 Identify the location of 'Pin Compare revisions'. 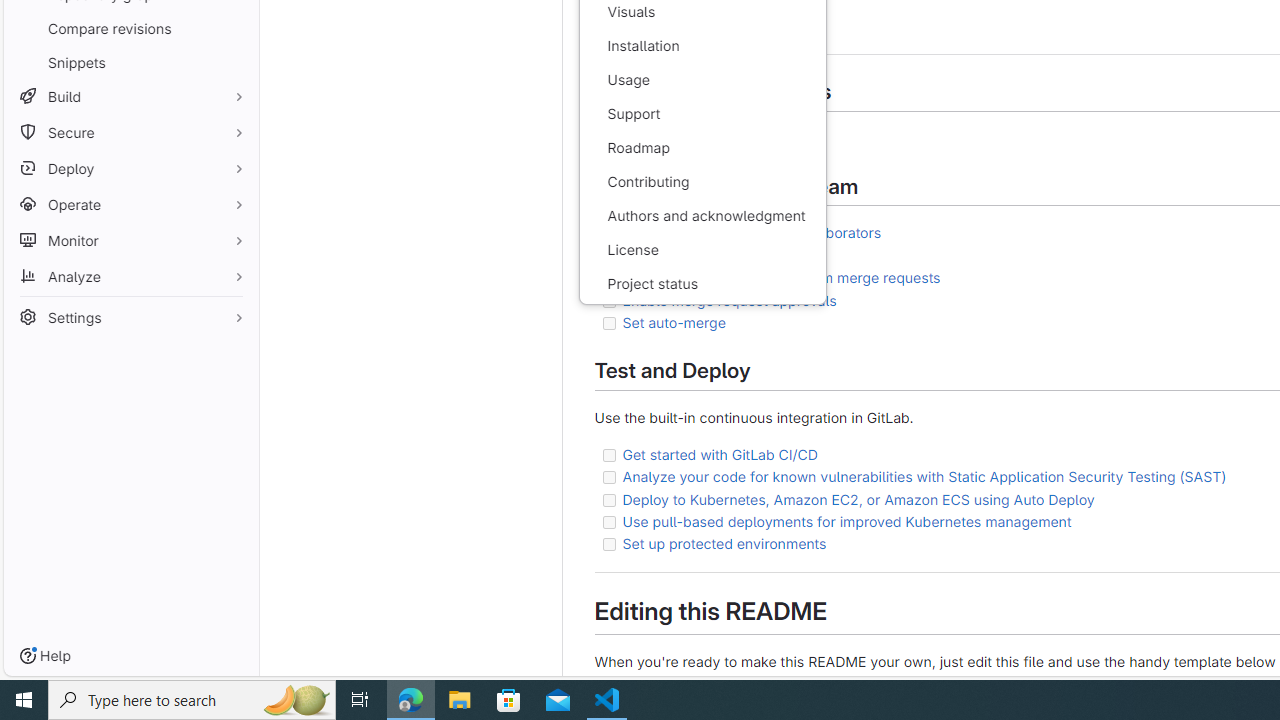
(234, 28).